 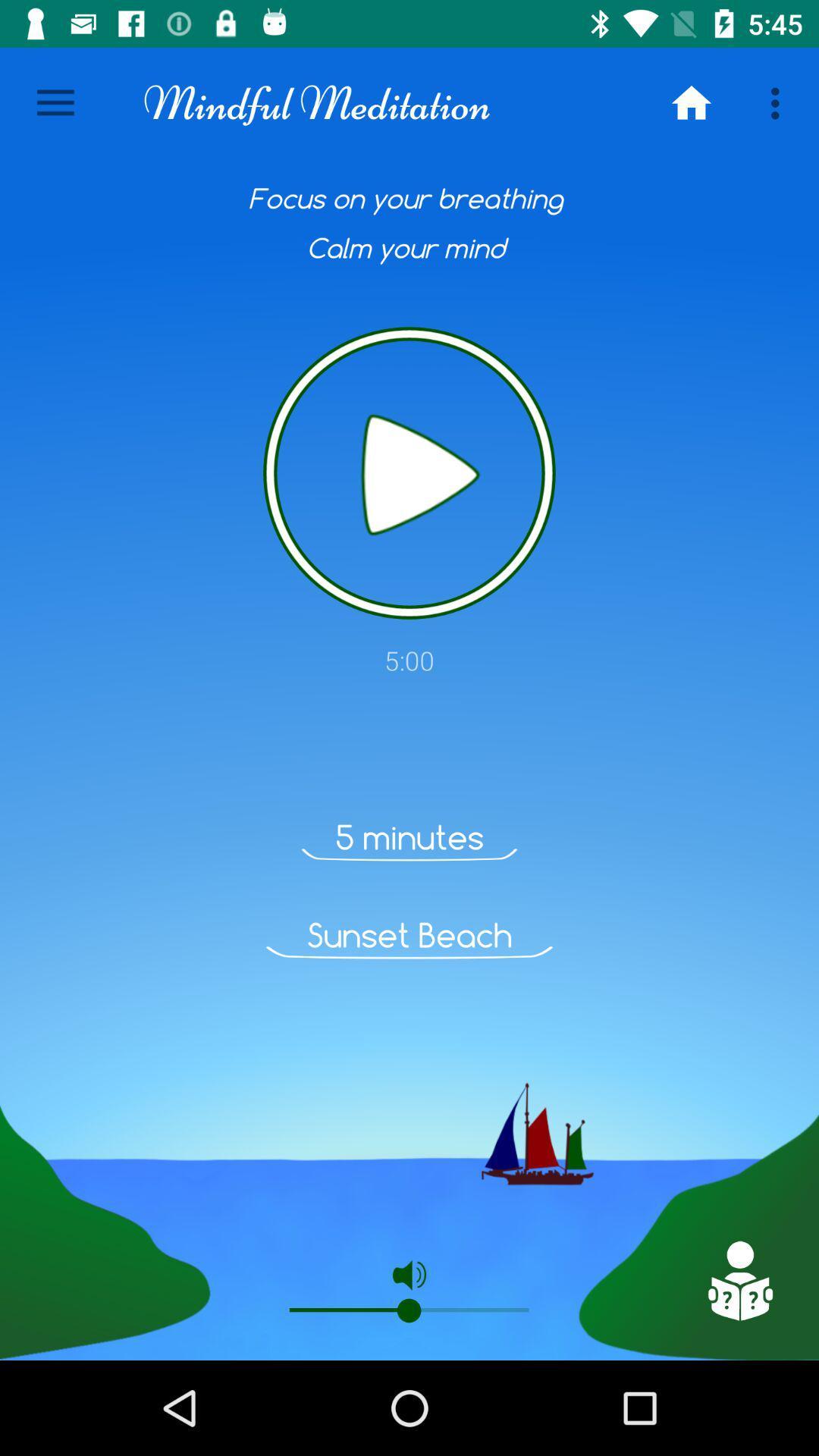 What do you see at coordinates (691, 102) in the screenshot?
I see `item to the right of the mindful meditation item` at bounding box center [691, 102].